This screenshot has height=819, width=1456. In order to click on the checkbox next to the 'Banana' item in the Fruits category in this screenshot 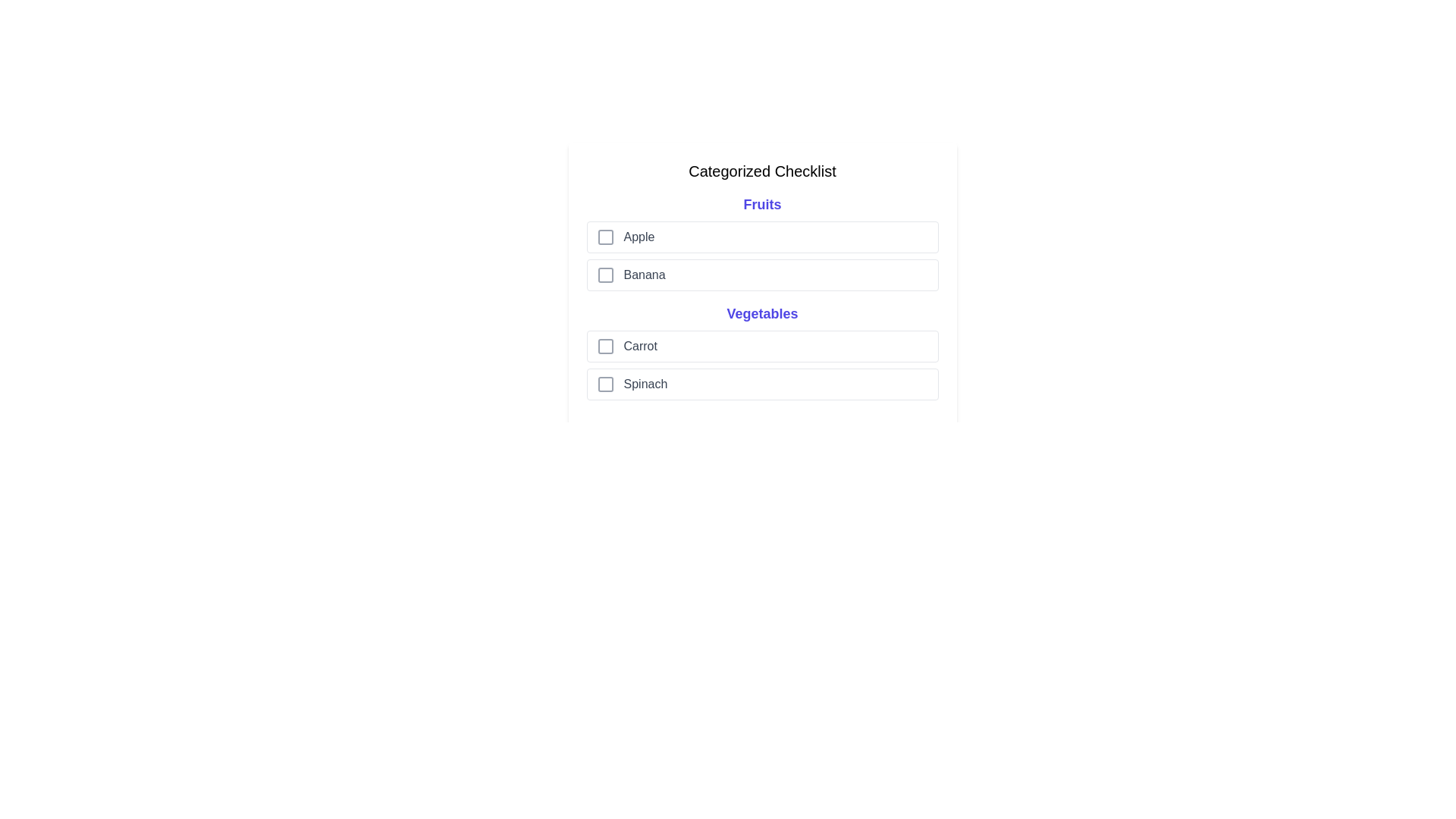, I will do `click(762, 275)`.